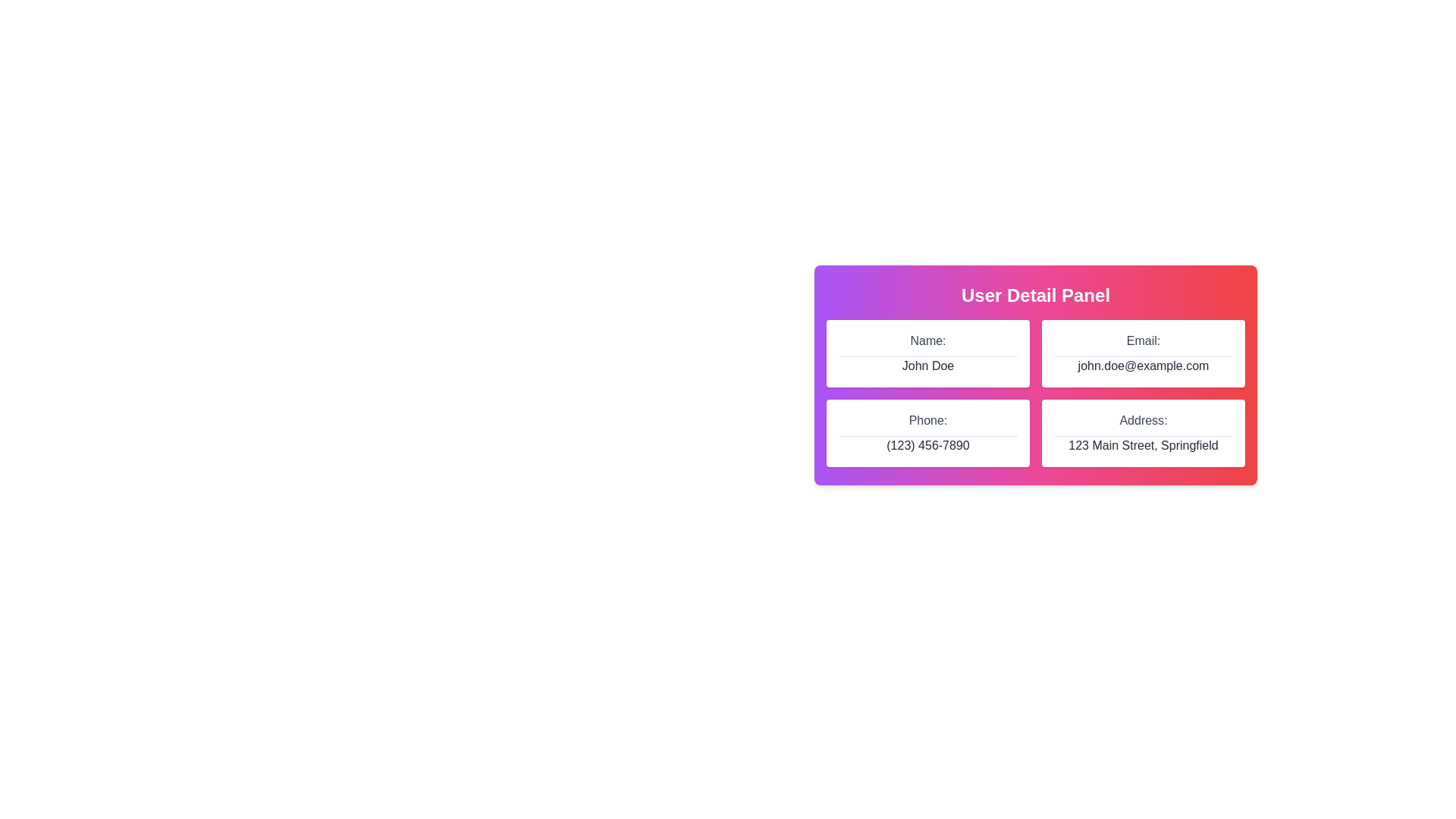 This screenshot has width=1456, height=819. Describe the element at coordinates (927, 421) in the screenshot. I see `the label indicating the purpose of the phone number, located above the value '(123) 456-7890' in the 'Phone:' section of the user detail panel` at that location.